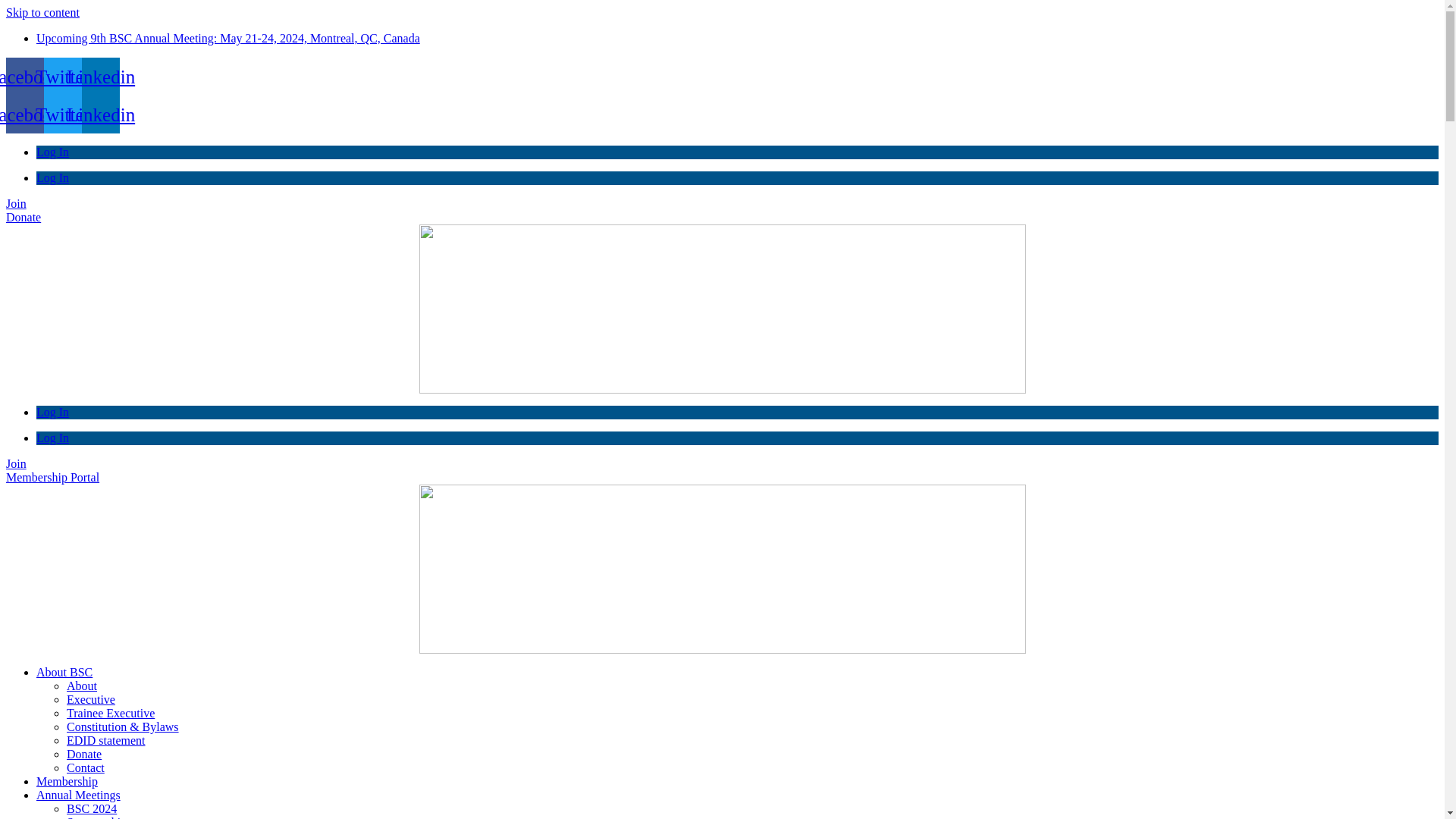 Image resolution: width=1456 pixels, height=819 pixels. What do you see at coordinates (61, 76) in the screenshot?
I see `'Twitter'` at bounding box center [61, 76].